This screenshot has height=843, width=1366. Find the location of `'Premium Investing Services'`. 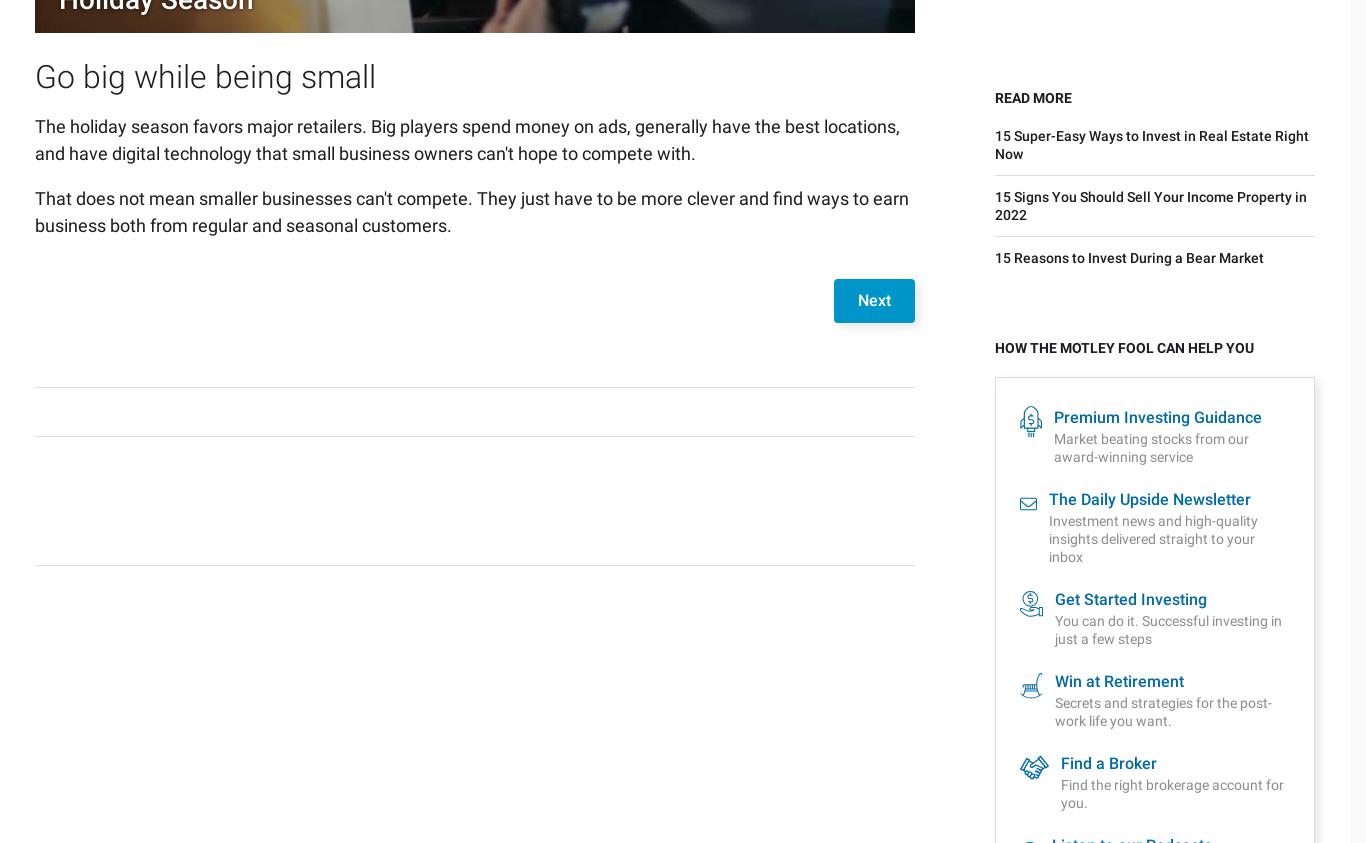

'Premium Investing Services' is located at coordinates (40, 673).